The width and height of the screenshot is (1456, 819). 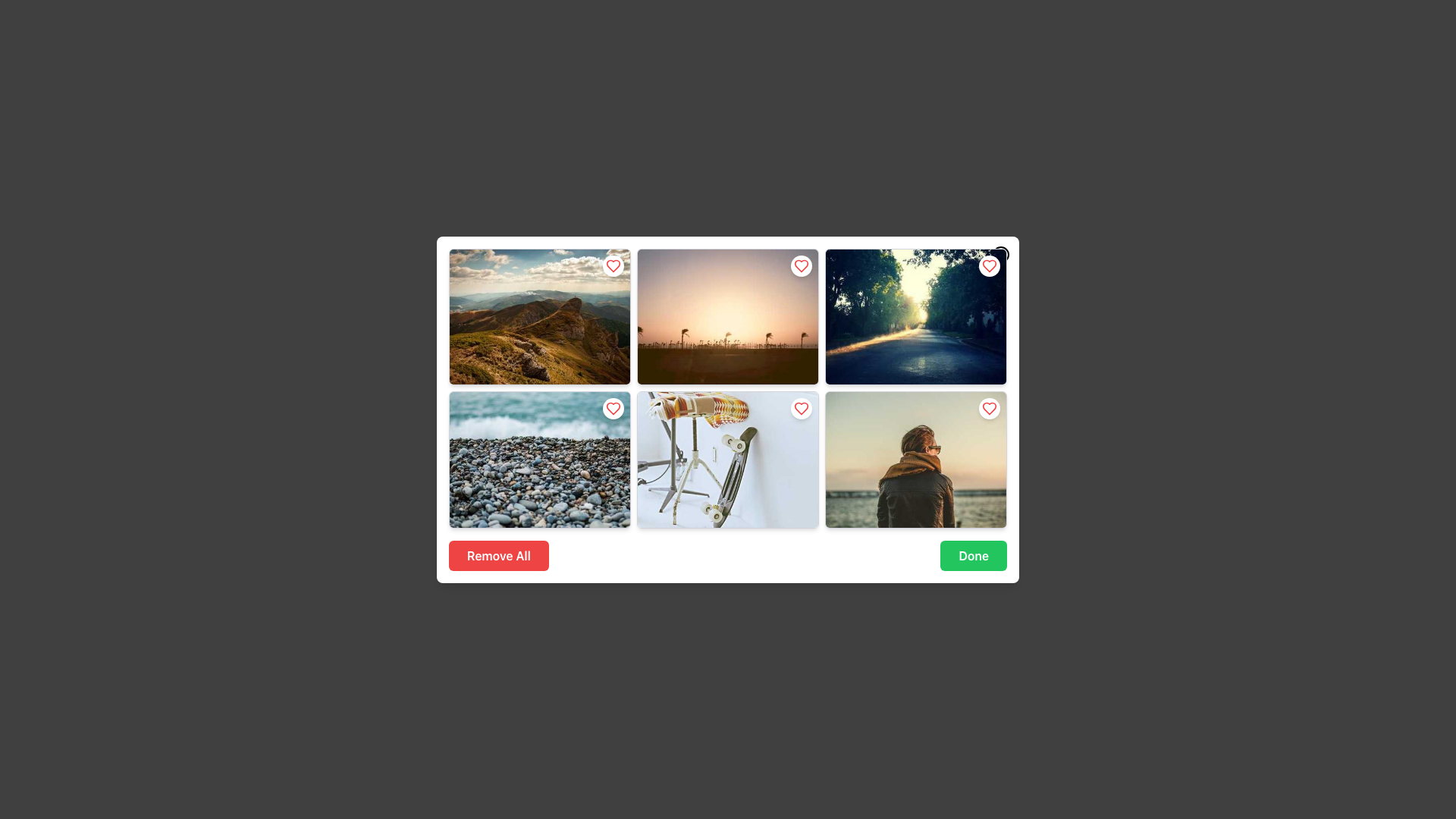 What do you see at coordinates (800, 265) in the screenshot?
I see `the heart-shaped icon button in the top-right corner of the second image in the grid` at bounding box center [800, 265].